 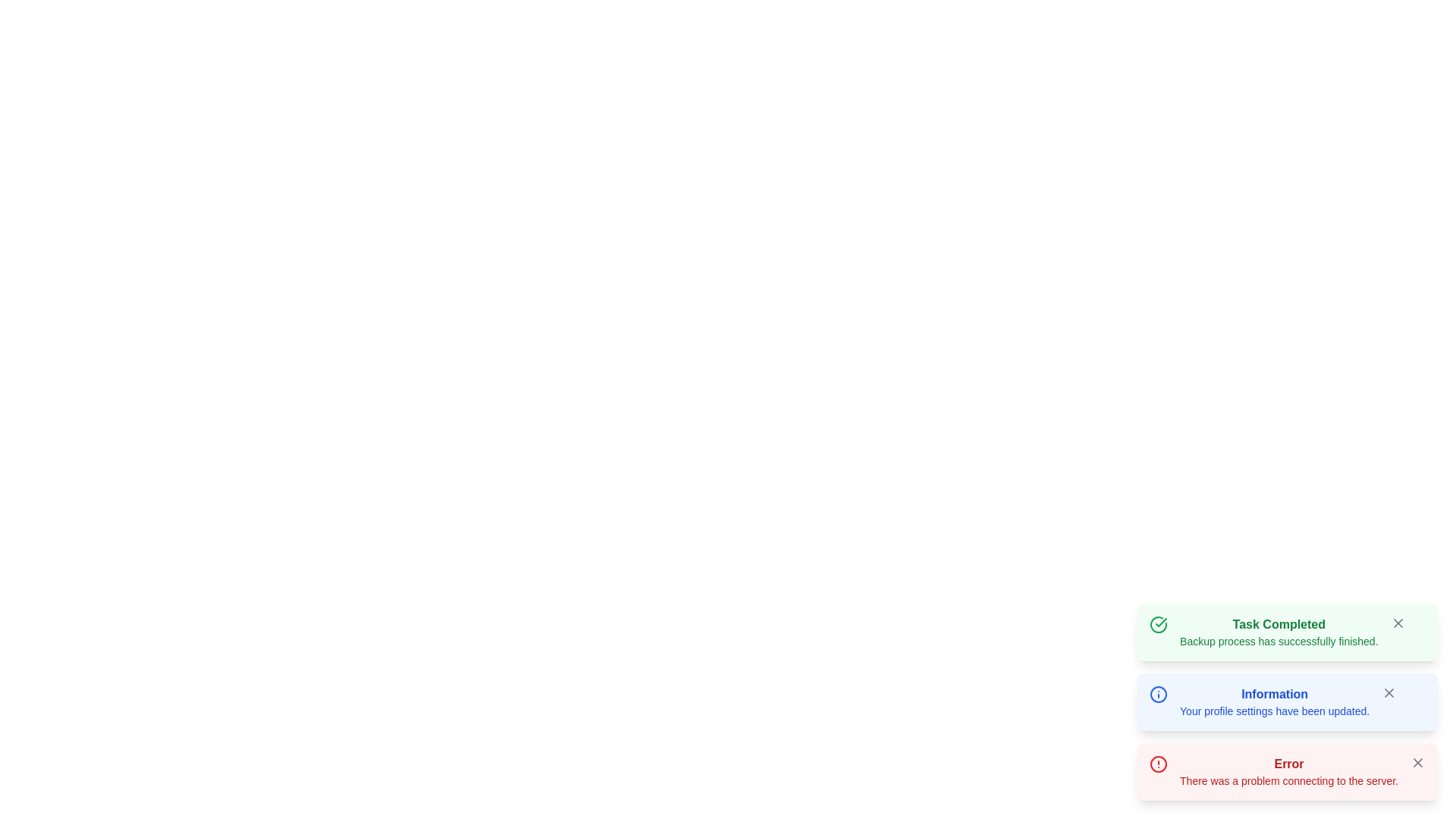 I want to click on the third notification with a red border and light red background that contains an 'Error' header and a close button, to potentially reveal additional actions, so click(x=1287, y=772).